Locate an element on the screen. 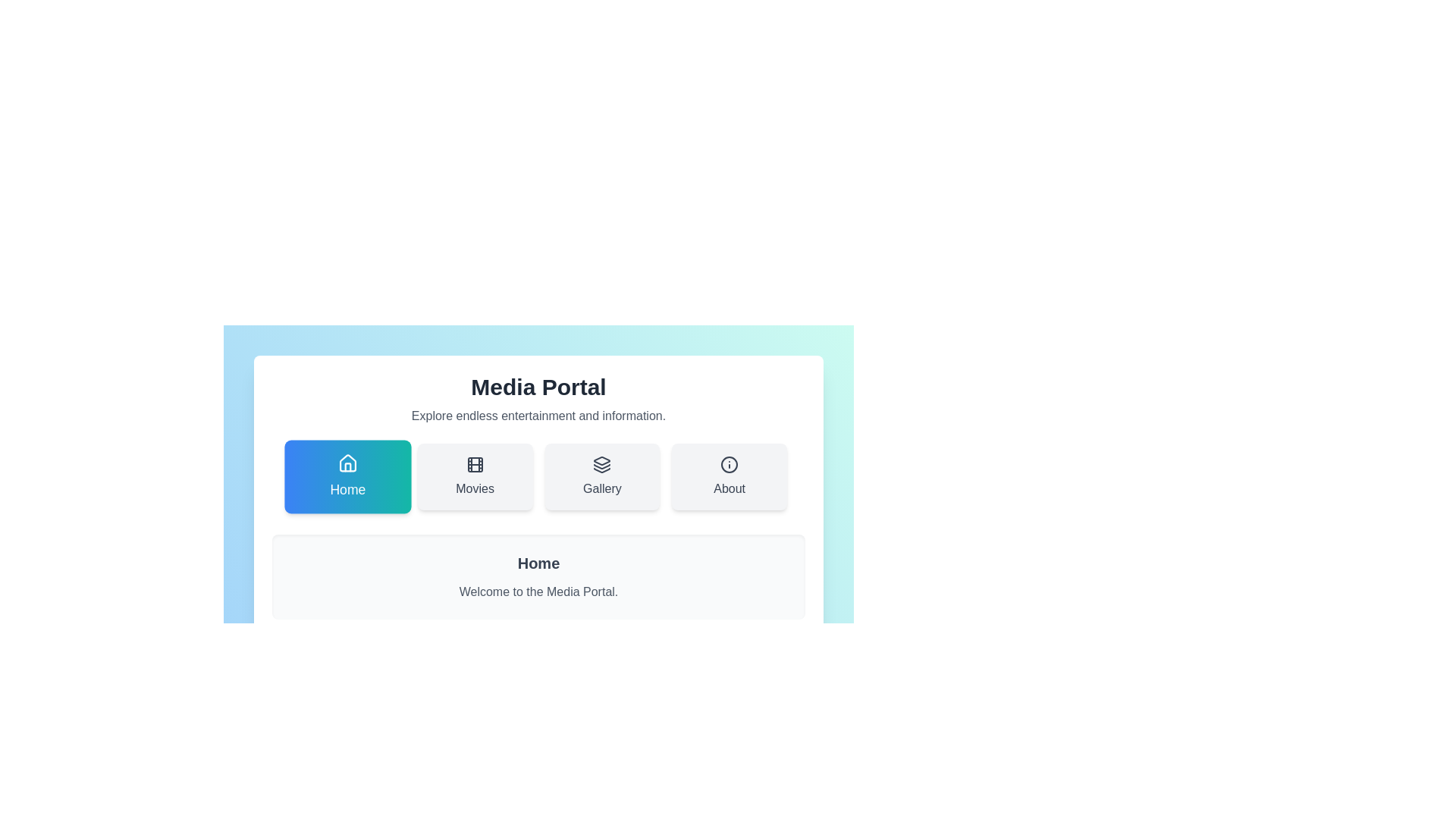 This screenshot has width=1456, height=819. the 'Gallery' button icon for accessibility tools is located at coordinates (601, 464).